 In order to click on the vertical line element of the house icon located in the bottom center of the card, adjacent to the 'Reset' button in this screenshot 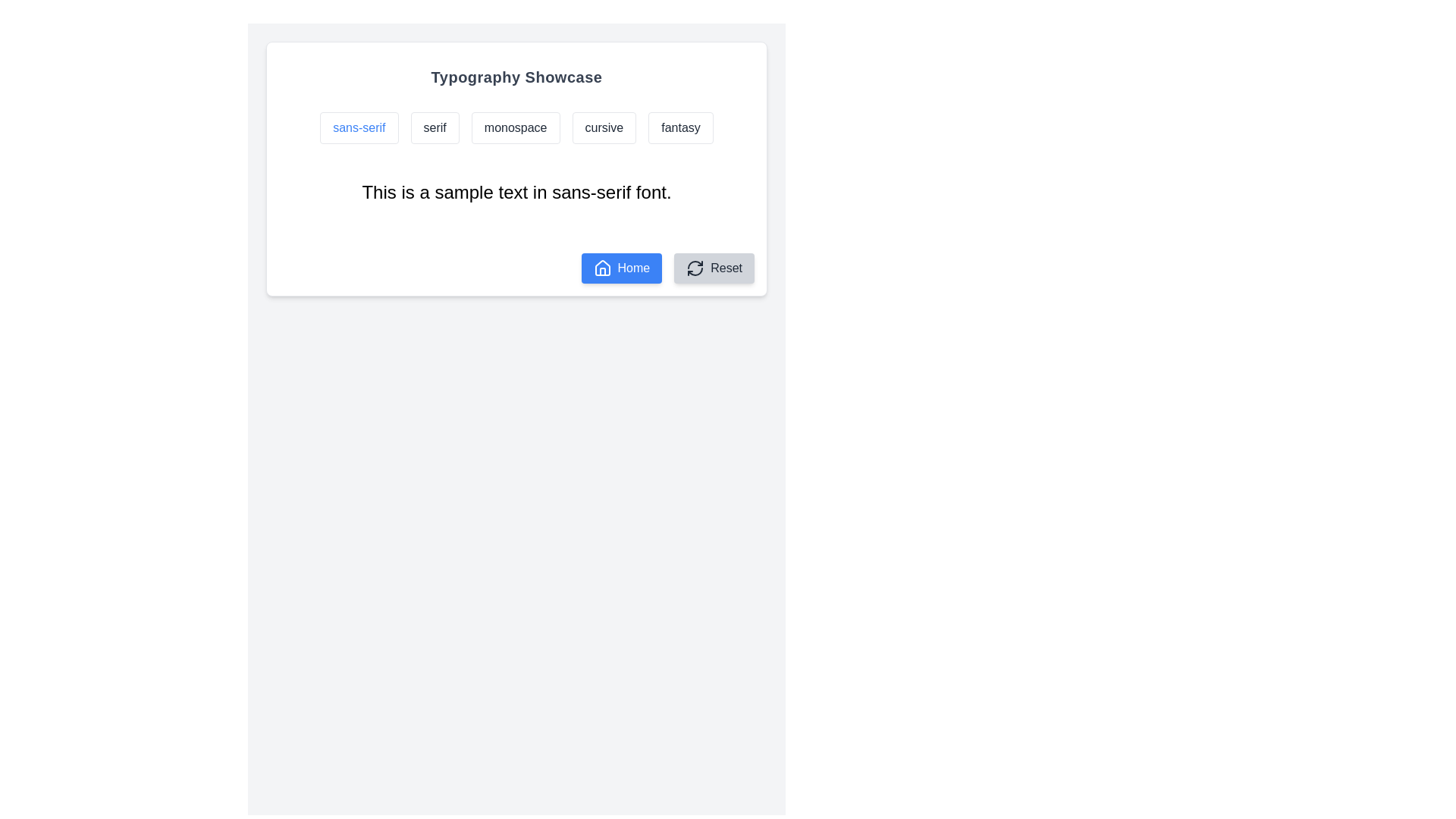, I will do `click(601, 271)`.